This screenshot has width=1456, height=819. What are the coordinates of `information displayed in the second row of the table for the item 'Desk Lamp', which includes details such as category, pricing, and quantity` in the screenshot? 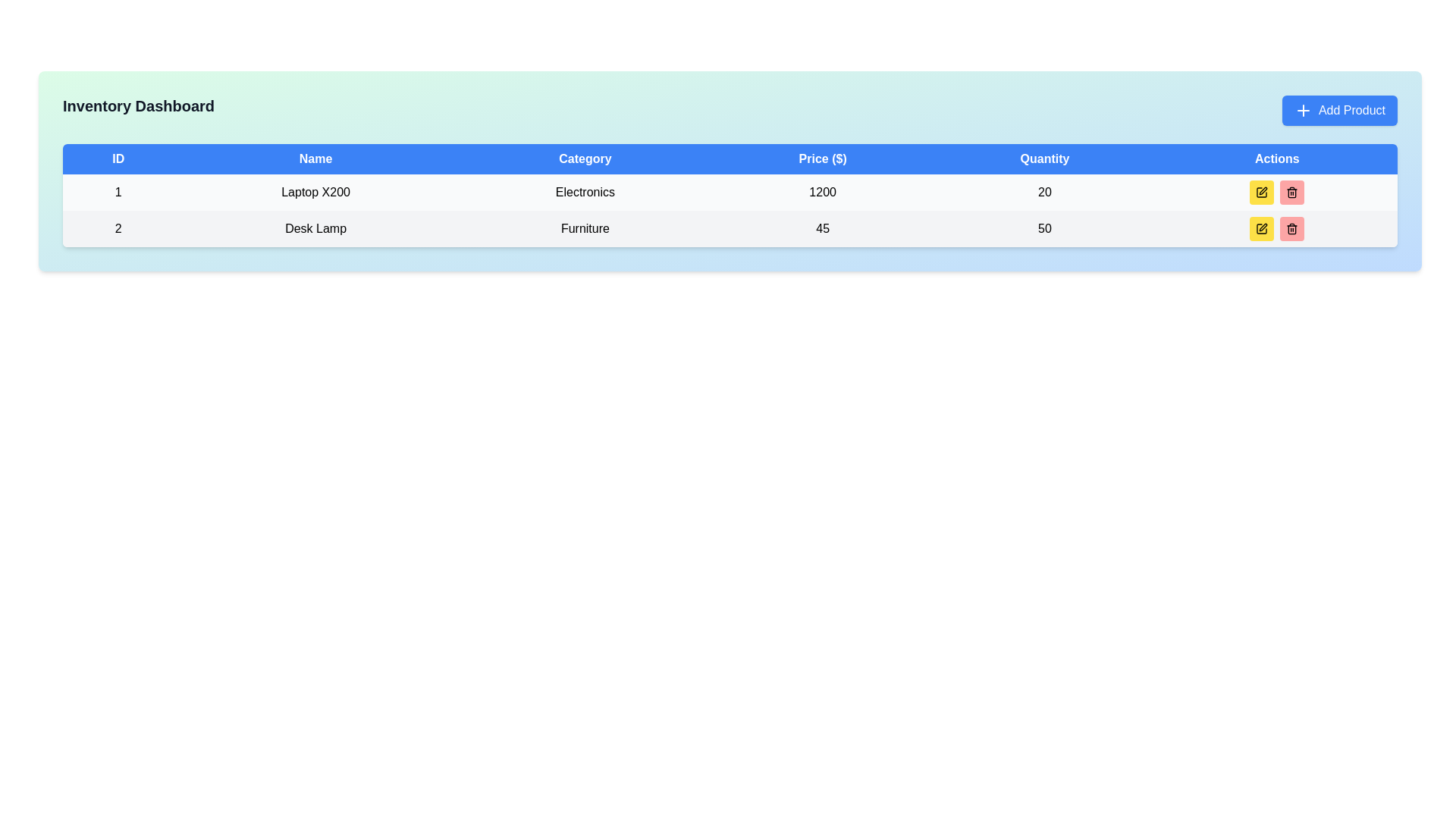 It's located at (730, 228).